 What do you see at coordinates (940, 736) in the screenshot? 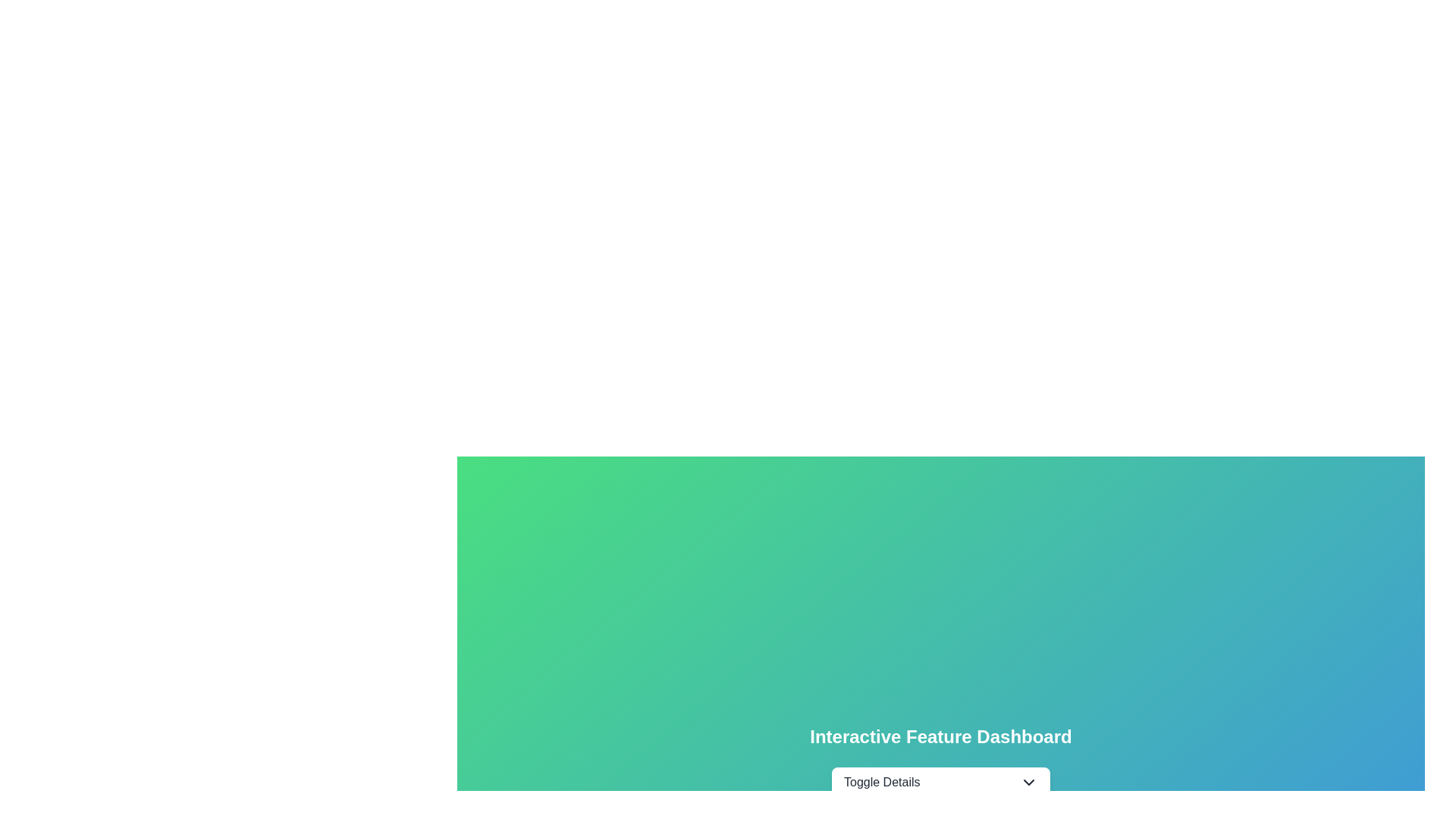
I see `the title label that introduces the interactive feature dashboard functionality of the application` at bounding box center [940, 736].